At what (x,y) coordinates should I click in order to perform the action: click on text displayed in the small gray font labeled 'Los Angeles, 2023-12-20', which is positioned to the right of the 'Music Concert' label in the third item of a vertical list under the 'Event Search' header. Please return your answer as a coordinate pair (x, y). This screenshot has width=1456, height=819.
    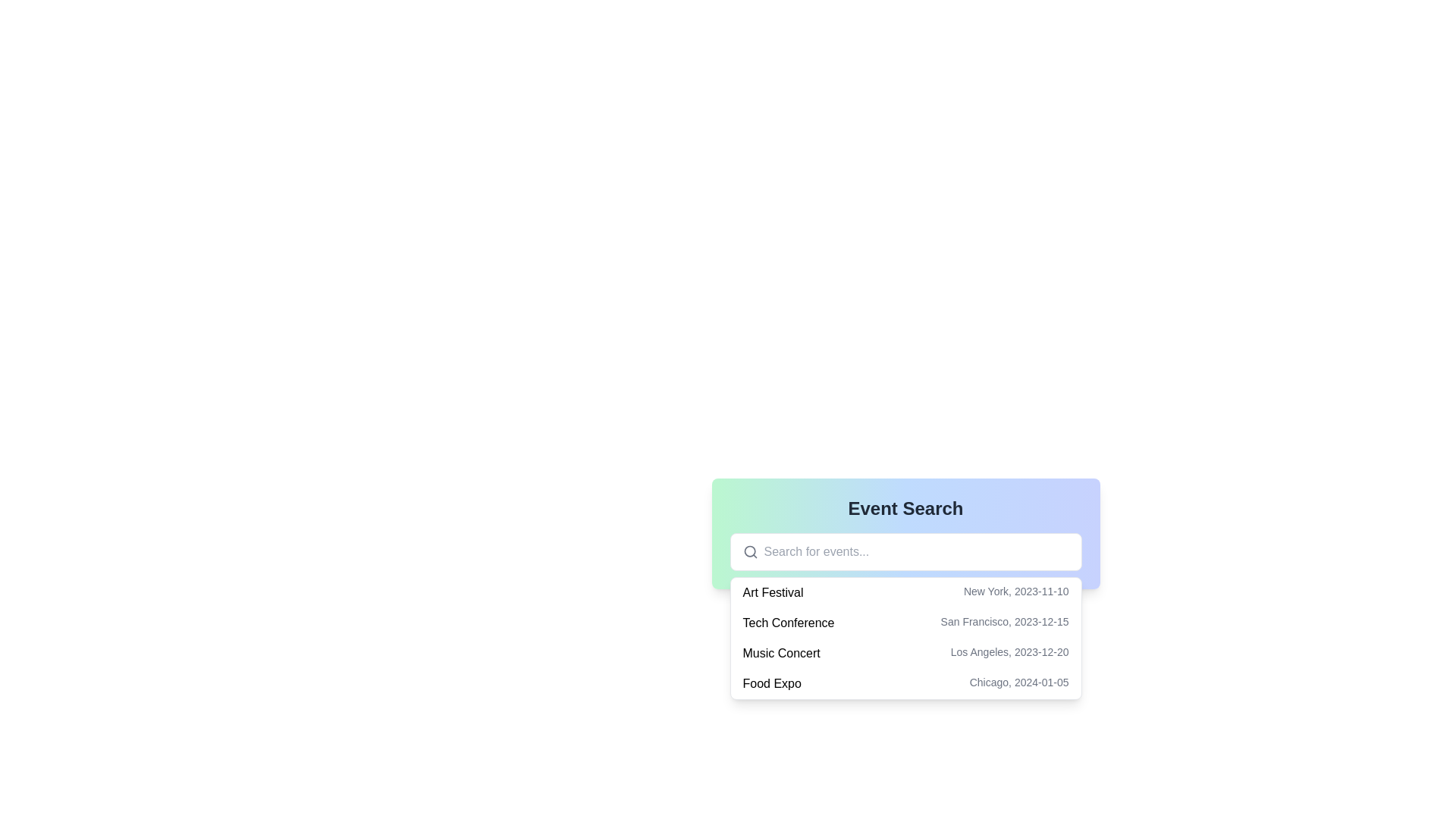
    Looking at the image, I should click on (1009, 652).